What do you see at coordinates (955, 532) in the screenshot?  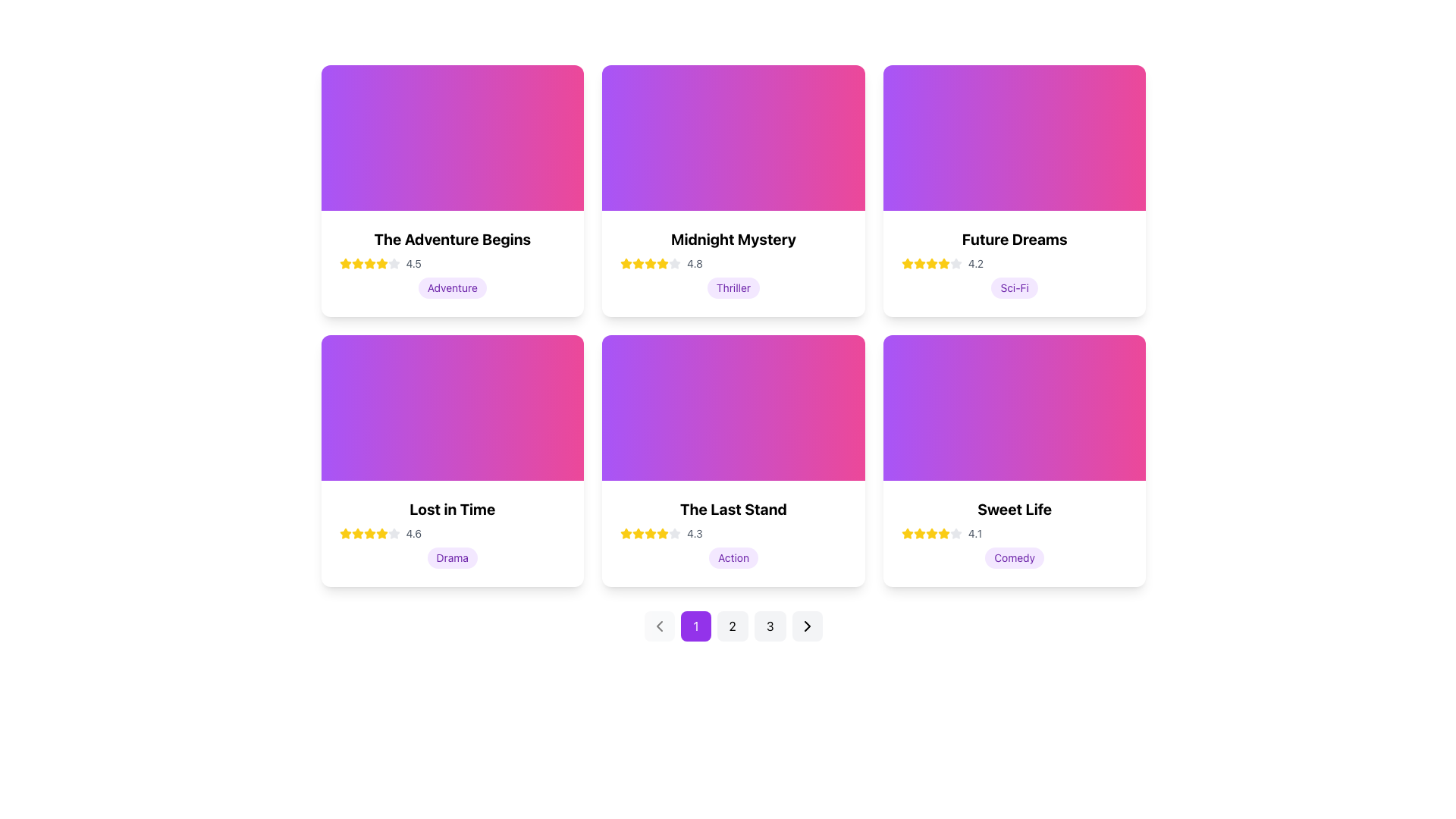 I see `the fifth rating star icon, which is a filled light gray star located in the fourth card of the second row for the movie 'Sweet Life'` at bounding box center [955, 532].